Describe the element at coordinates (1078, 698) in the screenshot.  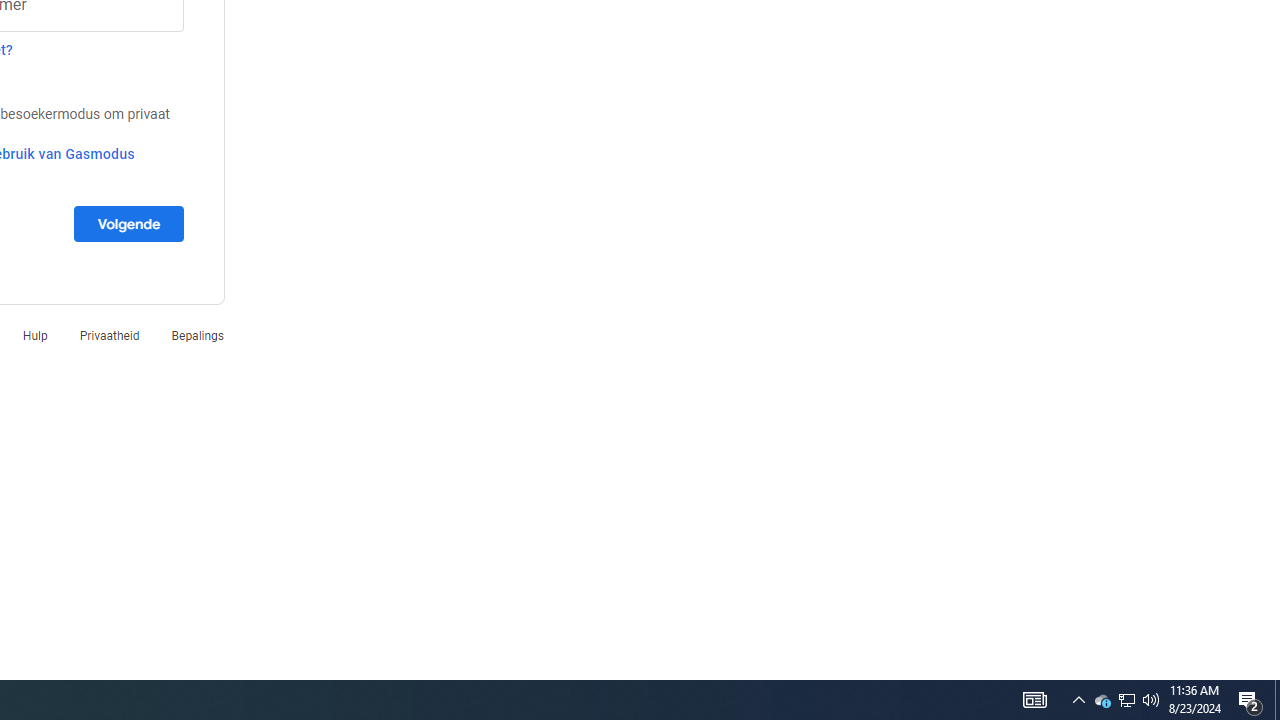
I see `'Notification Chevron'` at that location.